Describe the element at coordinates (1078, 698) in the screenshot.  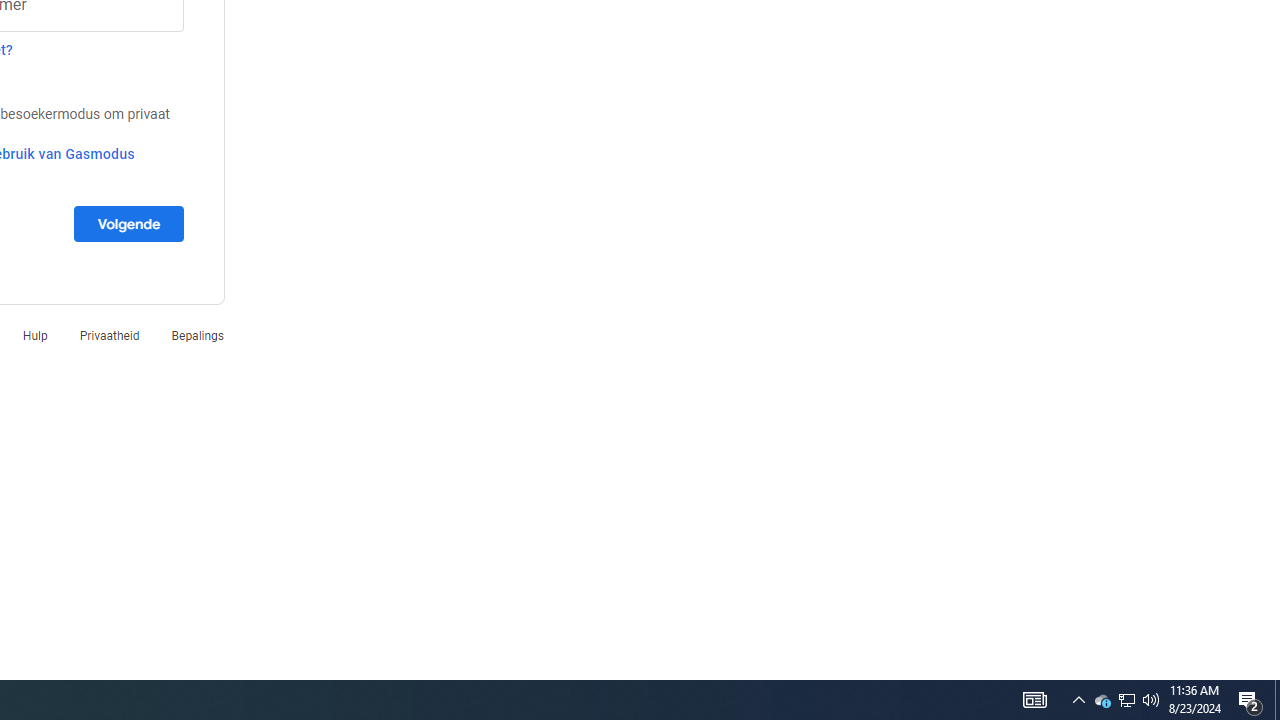
I see `'Notification Chevron'` at that location.